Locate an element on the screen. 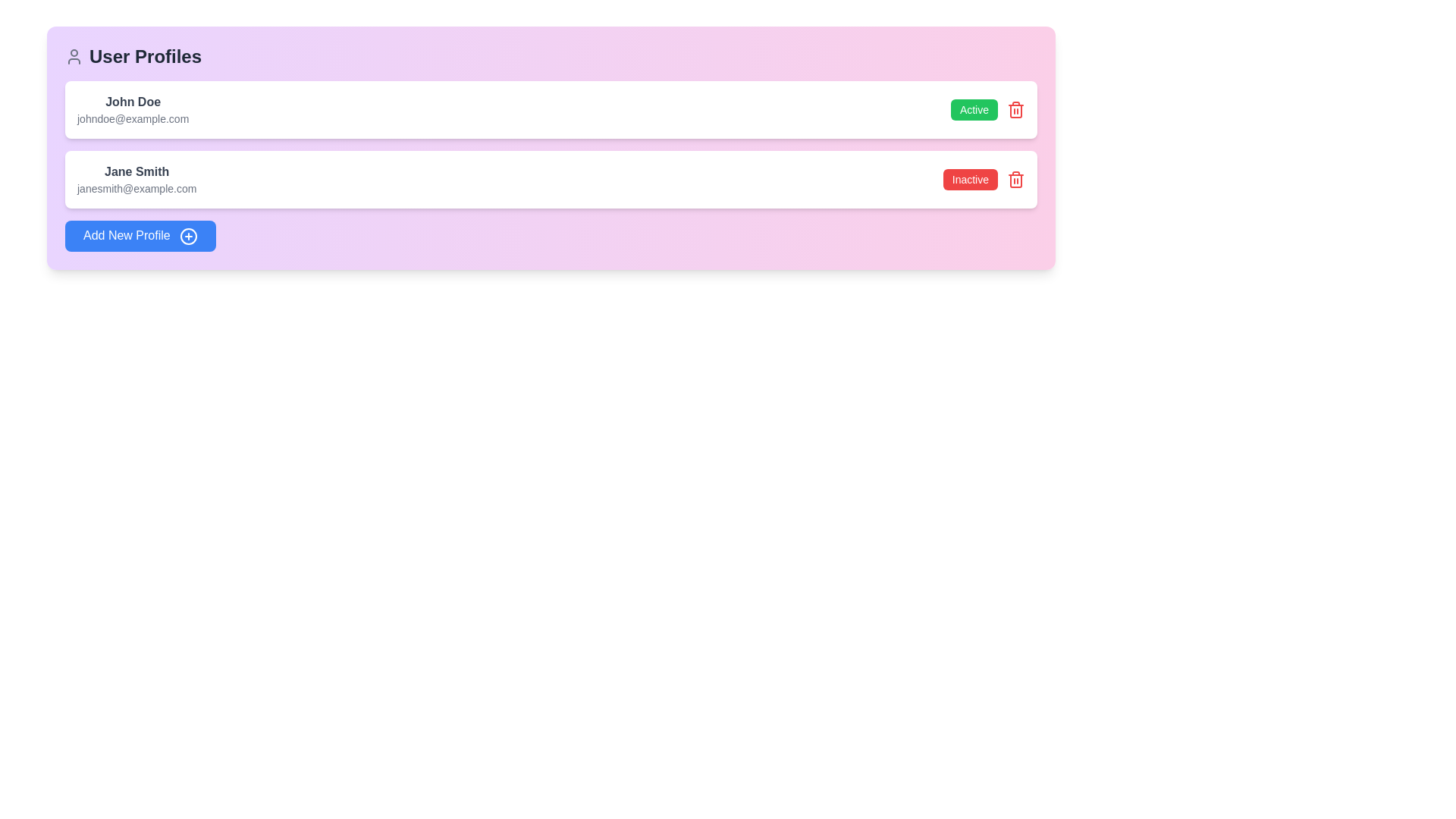 The width and height of the screenshot is (1456, 819). the 'Add New Profile' icon, which is an SVG icon located to the right of the 'Add New Profile' button in the bottom-left corner of the user profile management interface is located at coordinates (188, 236).